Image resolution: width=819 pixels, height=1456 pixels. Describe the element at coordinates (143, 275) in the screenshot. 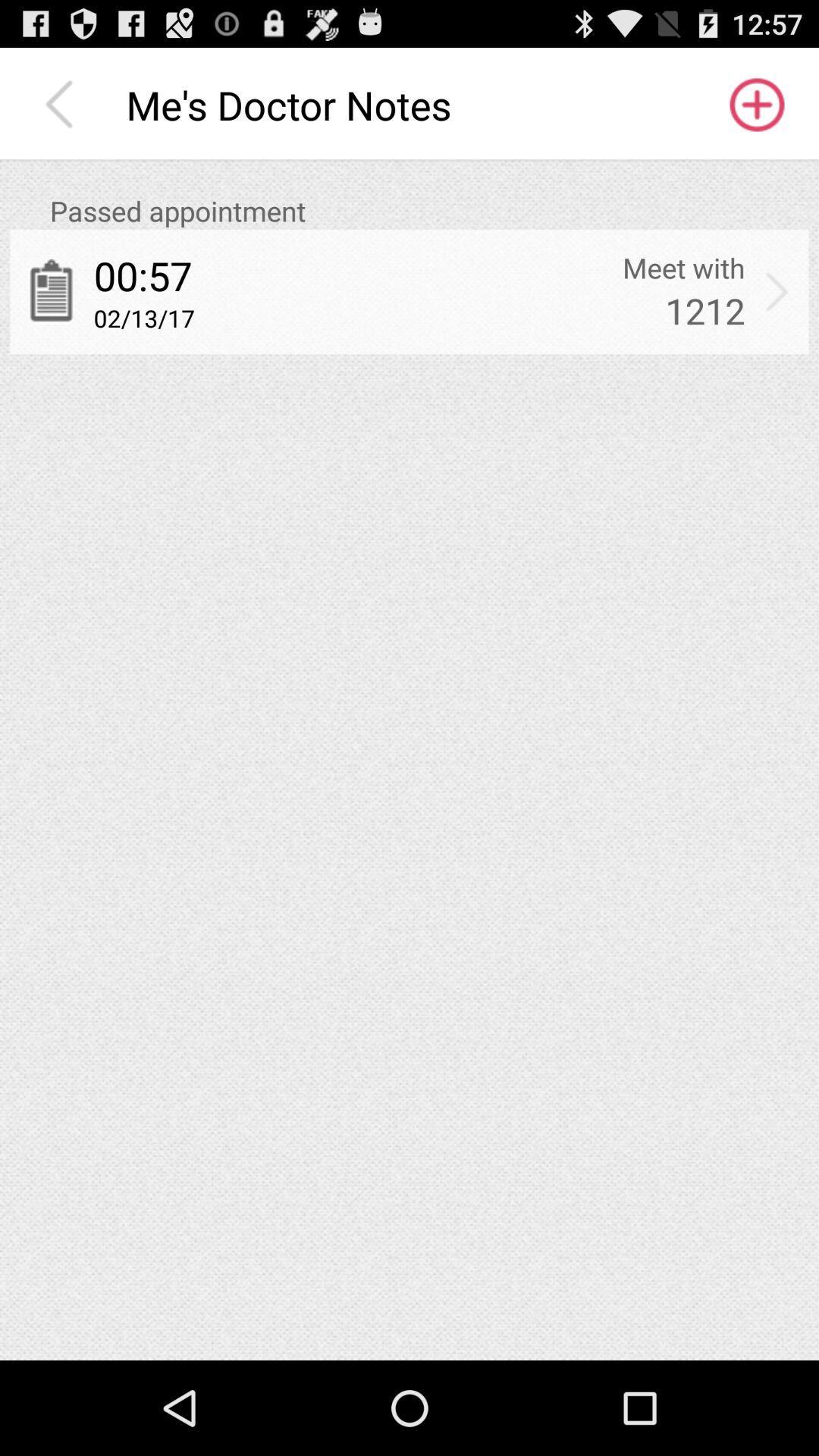

I see `00:57 item` at that location.